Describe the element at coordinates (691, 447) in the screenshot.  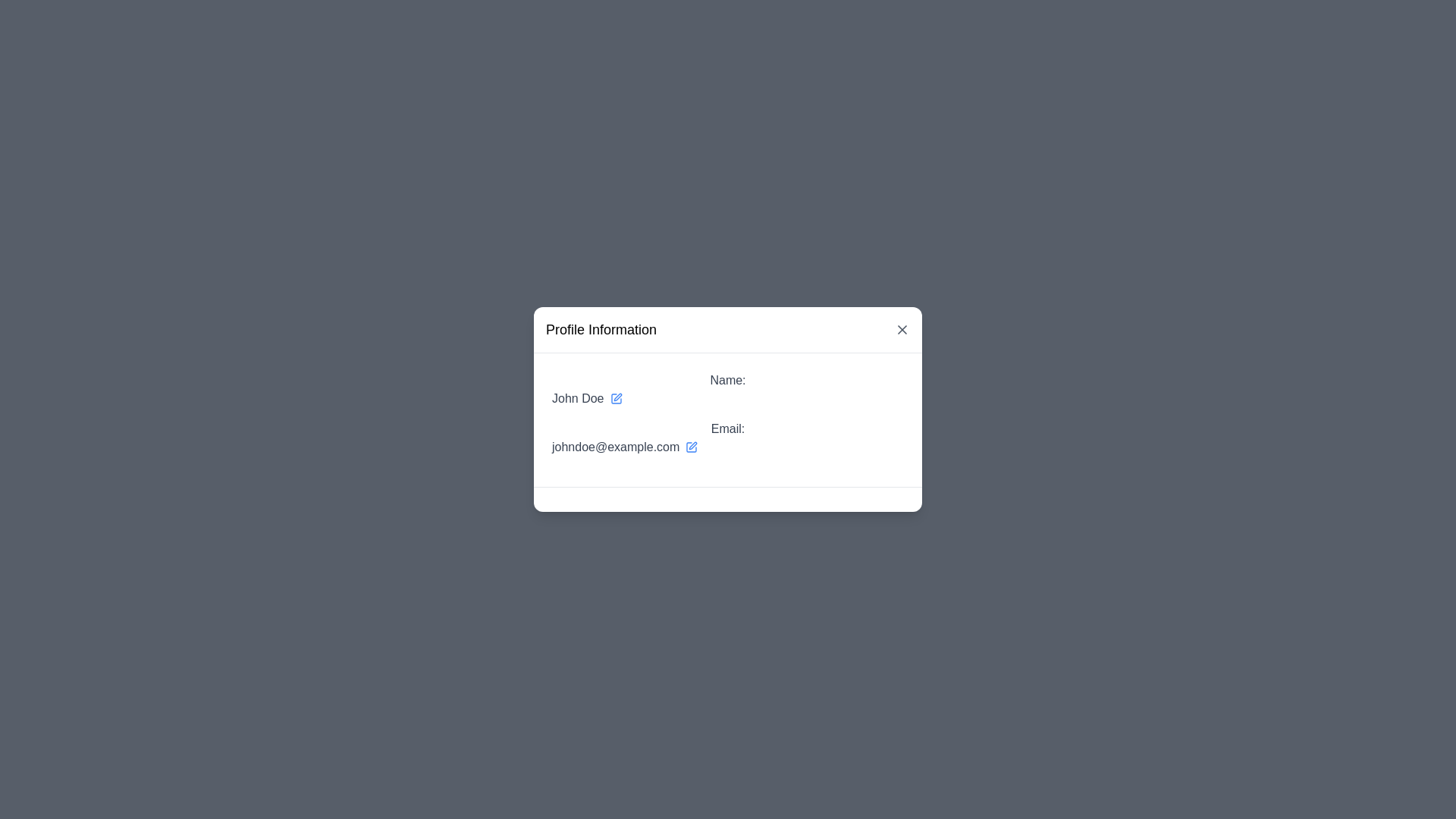
I see `the edit button located to the right of the email text 'johndoe@example.com' in the 'Profile Information' dialog box to initiate the edit functionality` at that location.